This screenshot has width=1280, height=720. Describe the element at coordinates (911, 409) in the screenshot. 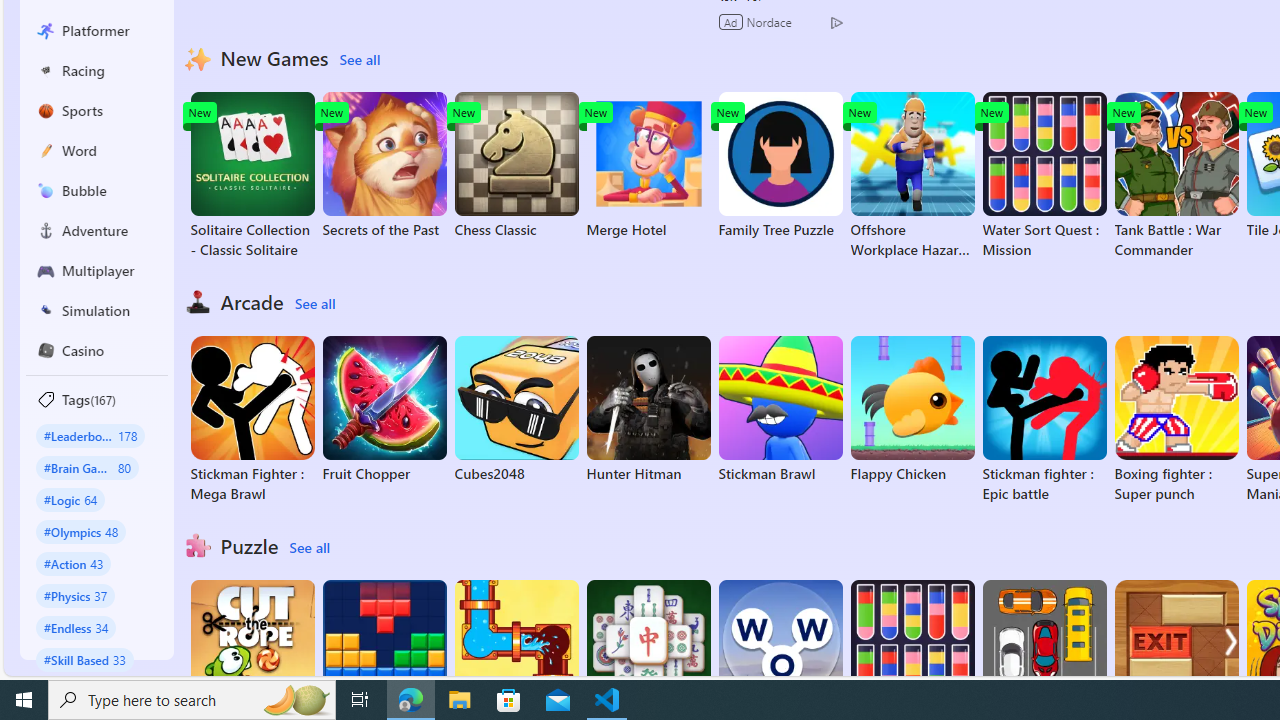

I see `'Flappy Chicken'` at that location.